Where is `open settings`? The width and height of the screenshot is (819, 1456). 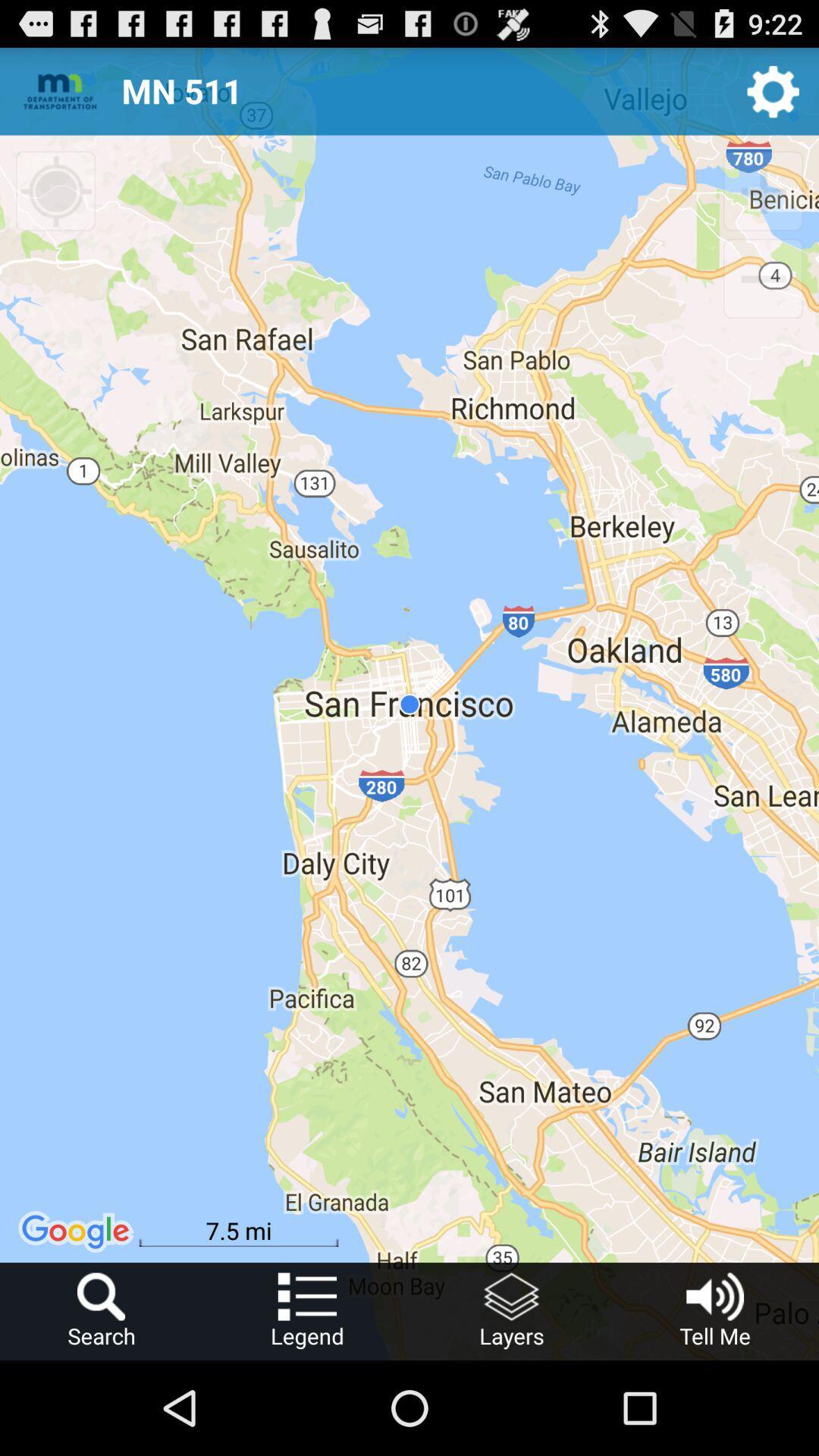
open settings is located at coordinates (773, 90).